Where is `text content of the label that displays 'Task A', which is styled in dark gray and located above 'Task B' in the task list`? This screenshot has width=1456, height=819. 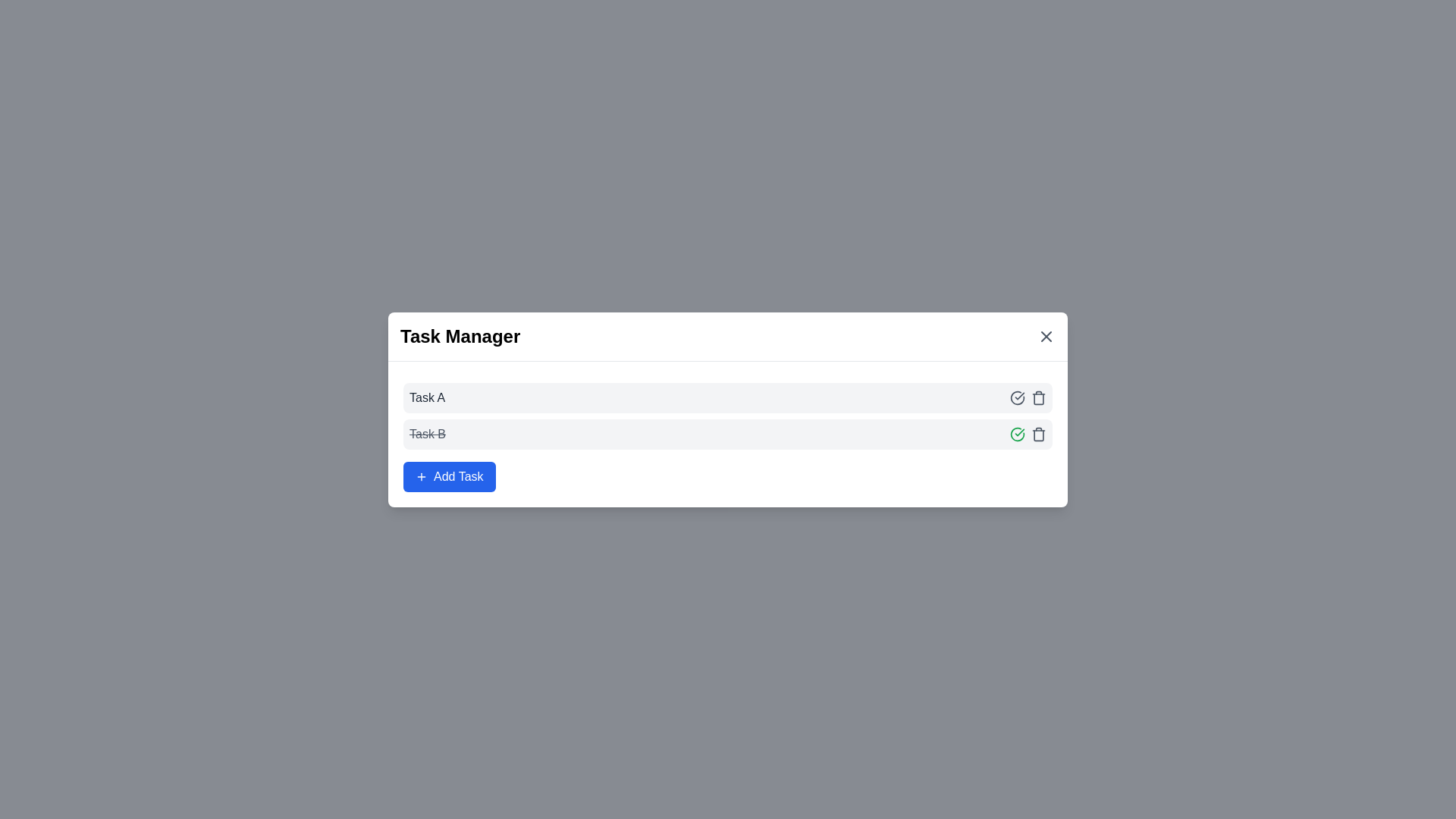
text content of the label that displays 'Task A', which is styled in dark gray and located above 'Task B' in the task list is located at coordinates (426, 397).